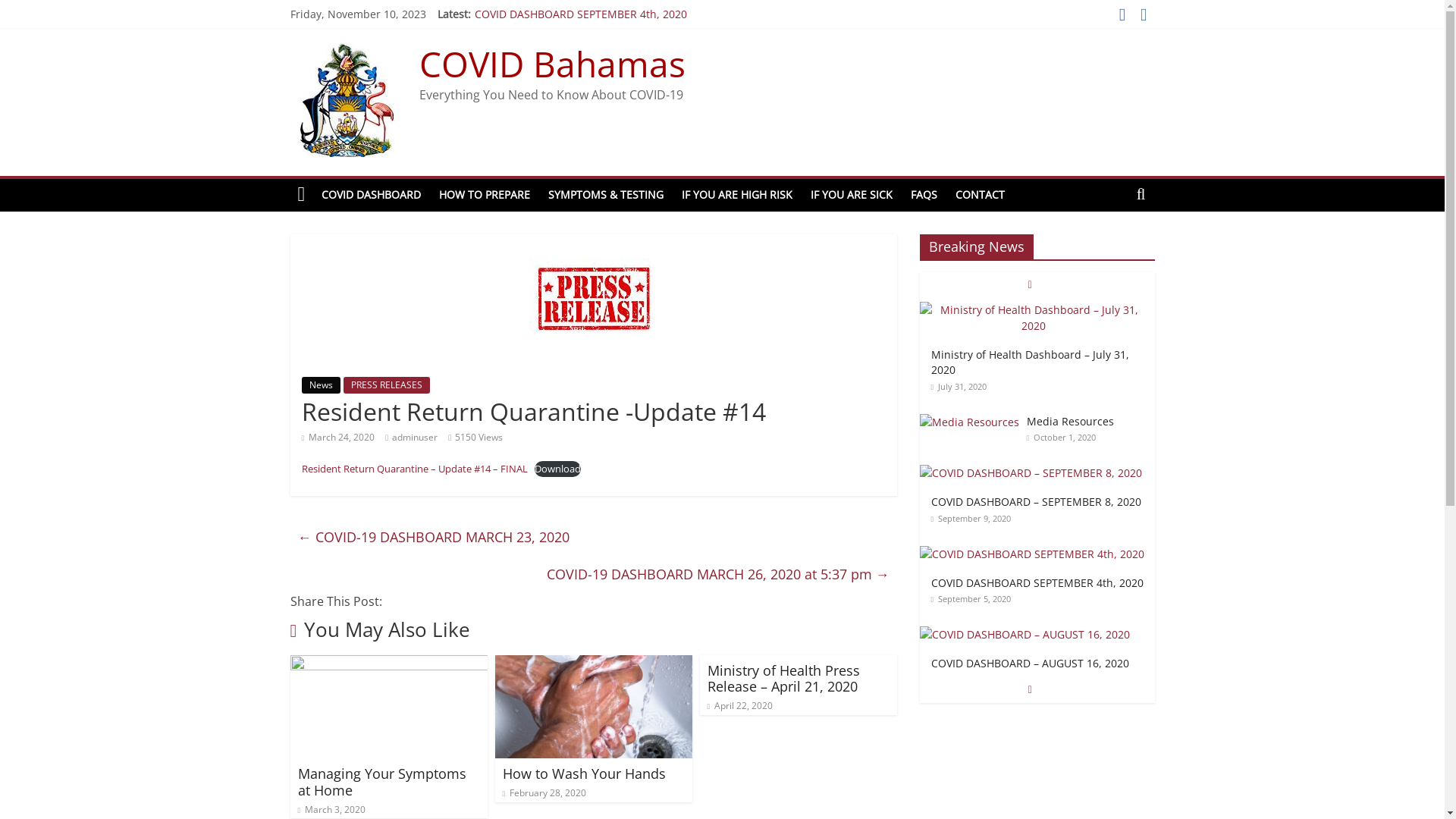 The image size is (1456, 819). I want to click on 'PRESS RELEASES', so click(385, 384).